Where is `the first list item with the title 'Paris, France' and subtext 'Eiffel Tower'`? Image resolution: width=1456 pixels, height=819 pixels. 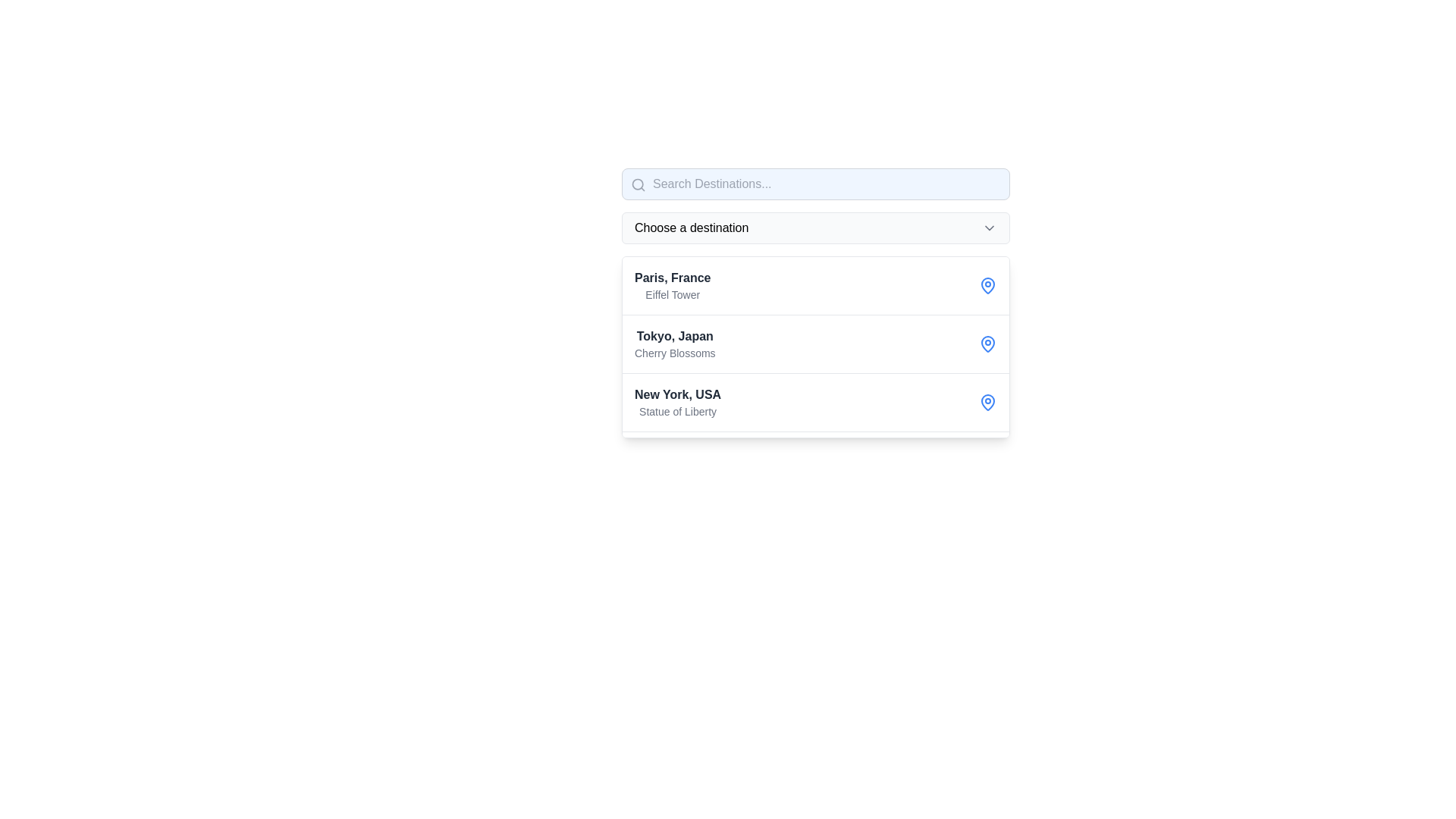 the first list item with the title 'Paris, France' and subtext 'Eiffel Tower' is located at coordinates (814, 286).